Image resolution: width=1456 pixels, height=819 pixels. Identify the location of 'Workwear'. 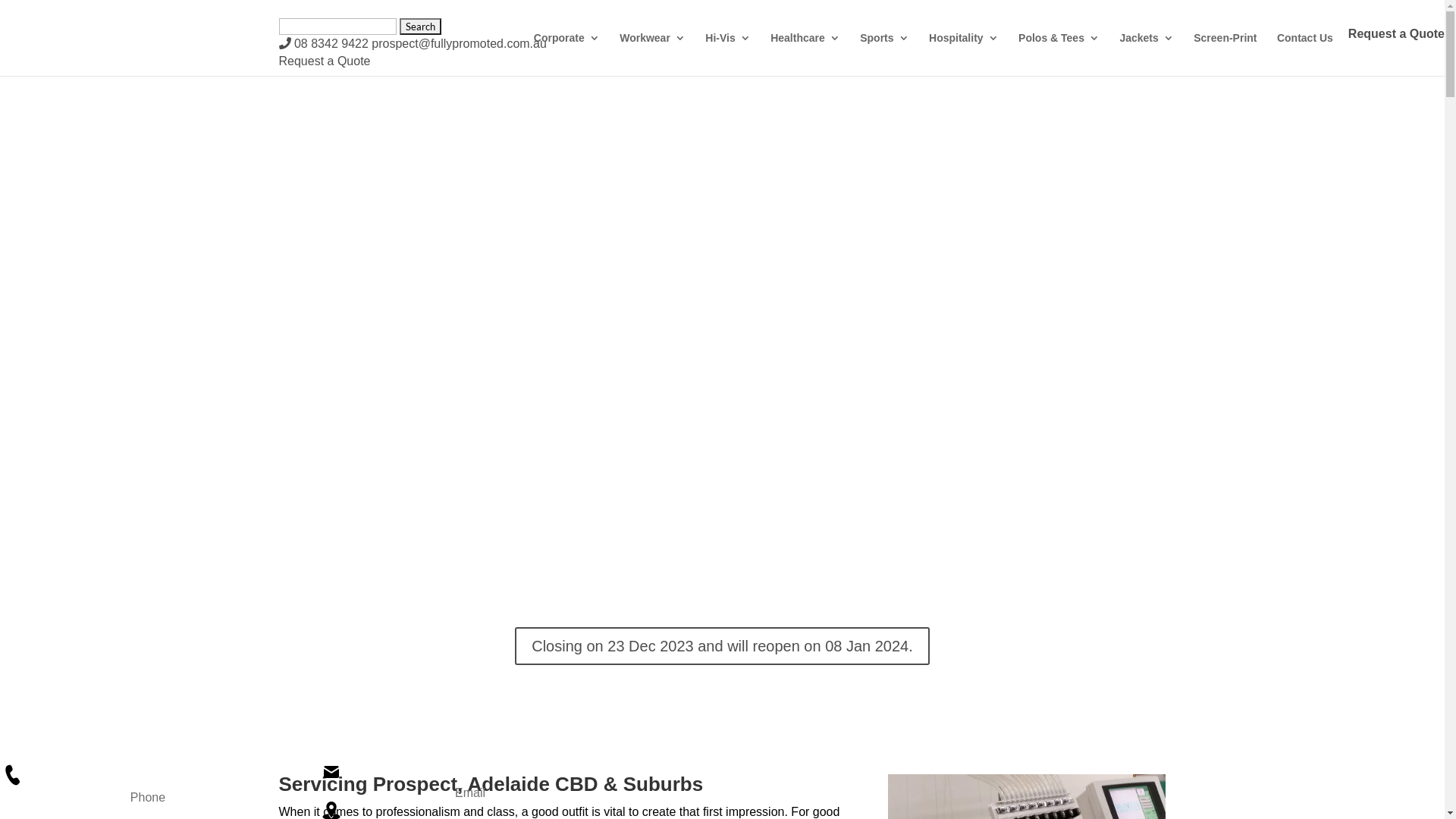
(619, 49).